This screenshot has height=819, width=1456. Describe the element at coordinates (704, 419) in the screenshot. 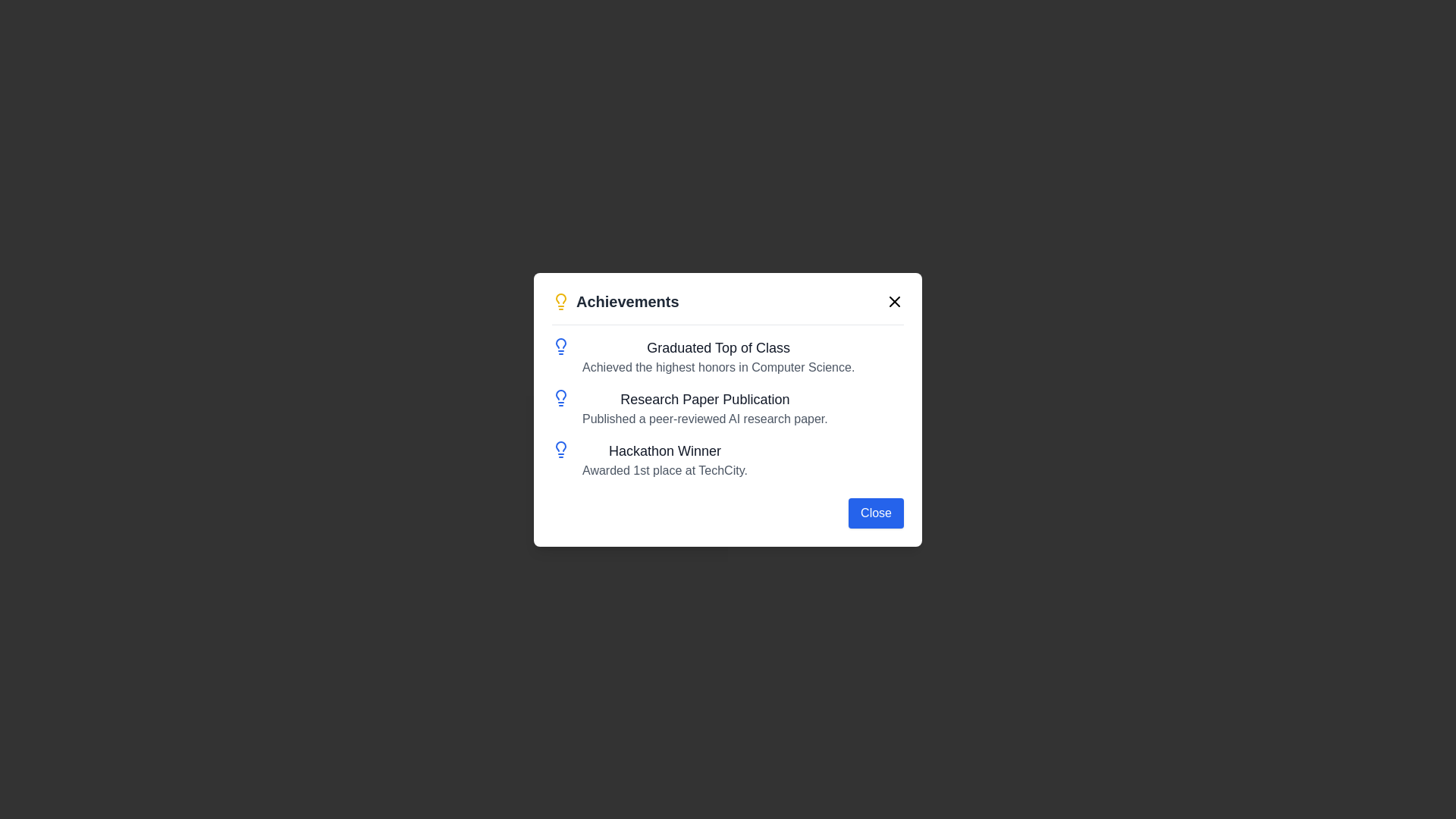

I see `the descriptive text element providing information about the achievement titled 'Research Paper Publication' located inside the 'Achievements' modal dialog box` at that location.